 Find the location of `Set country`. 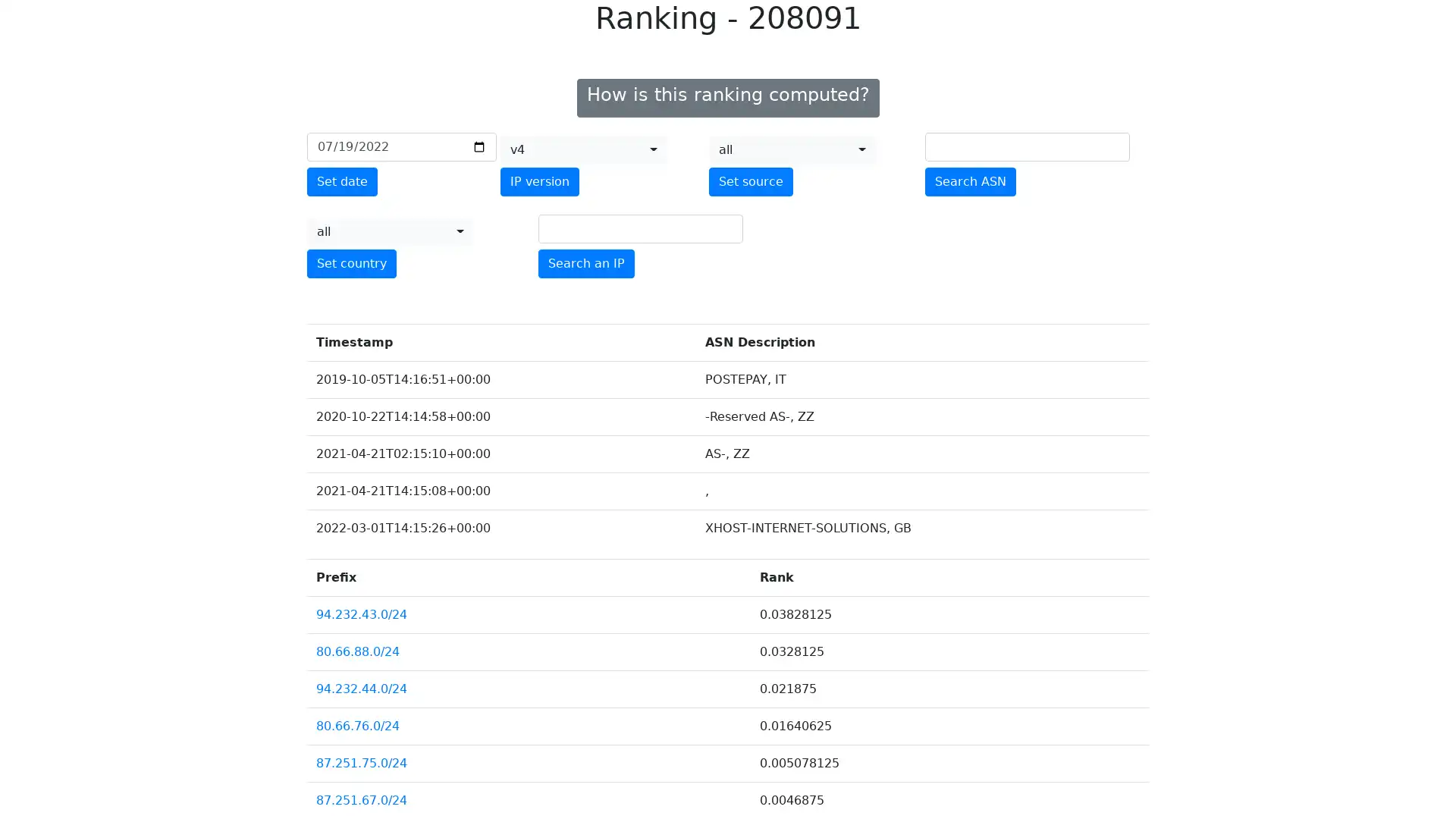

Set country is located at coordinates (351, 262).